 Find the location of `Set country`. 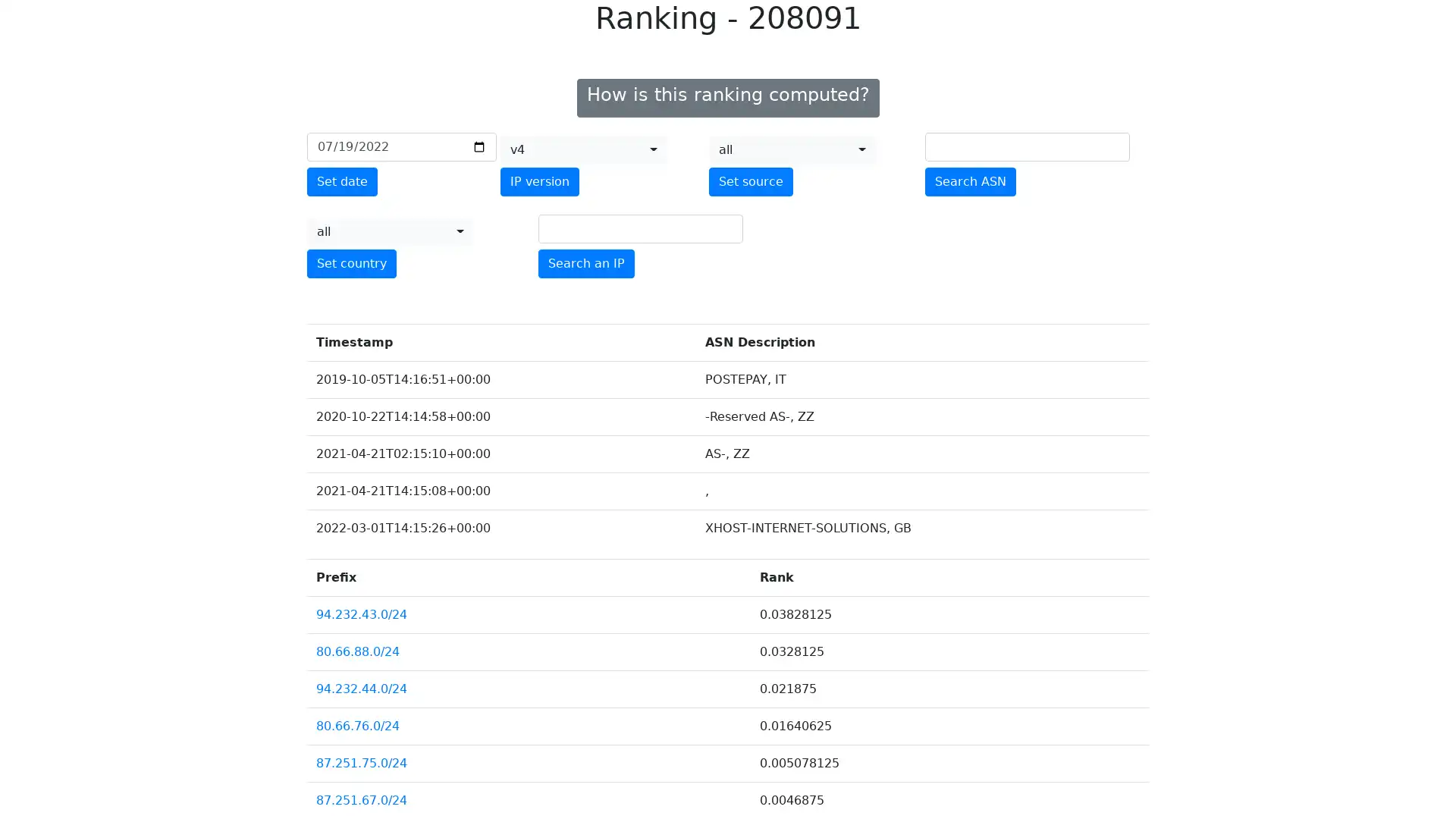

Set country is located at coordinates (351, 262).